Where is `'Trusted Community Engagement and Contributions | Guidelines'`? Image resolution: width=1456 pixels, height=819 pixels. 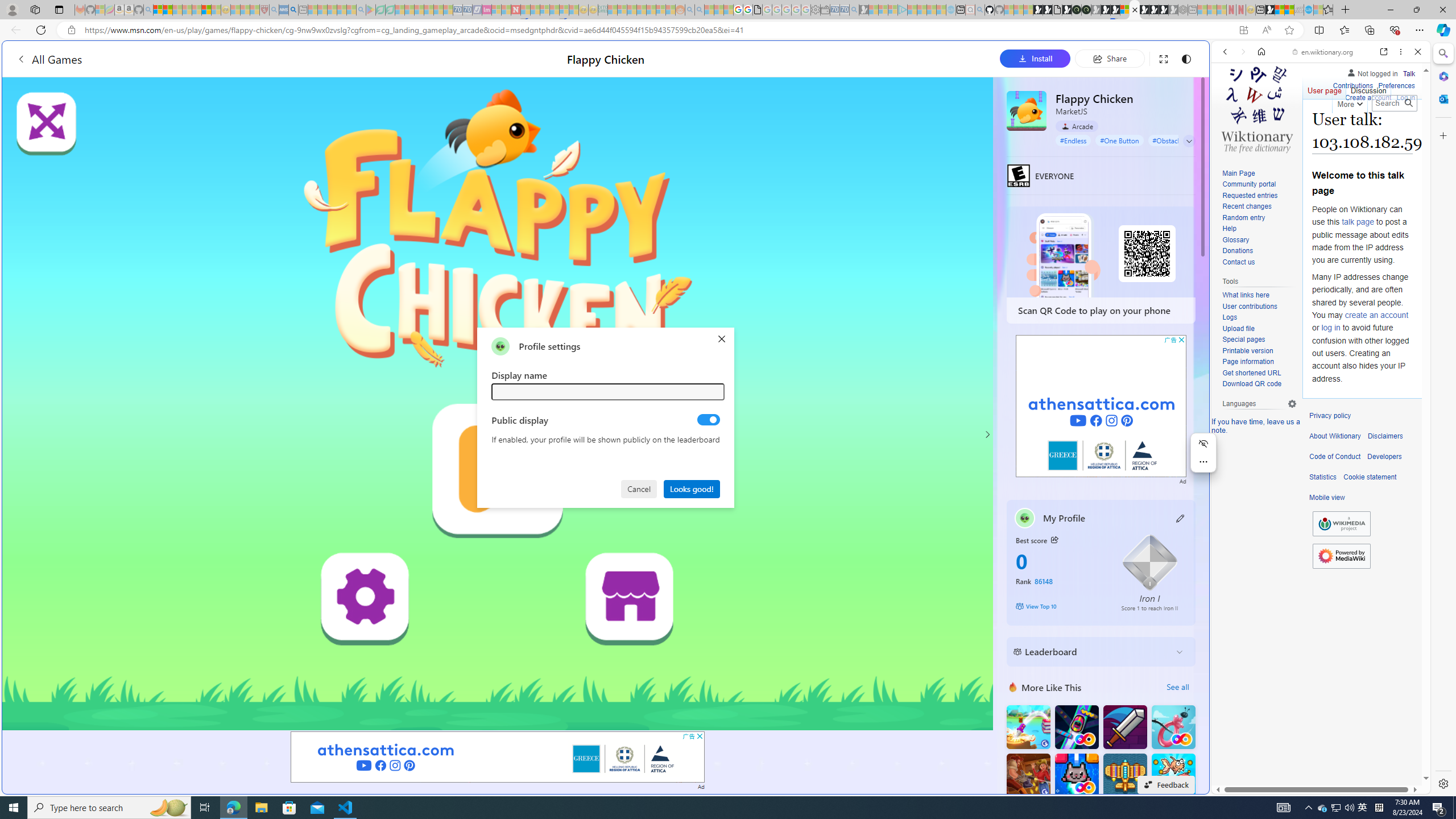
'Trusted Community Engagement and Contributions | Guidelines' is located at coordinates (526, 9).